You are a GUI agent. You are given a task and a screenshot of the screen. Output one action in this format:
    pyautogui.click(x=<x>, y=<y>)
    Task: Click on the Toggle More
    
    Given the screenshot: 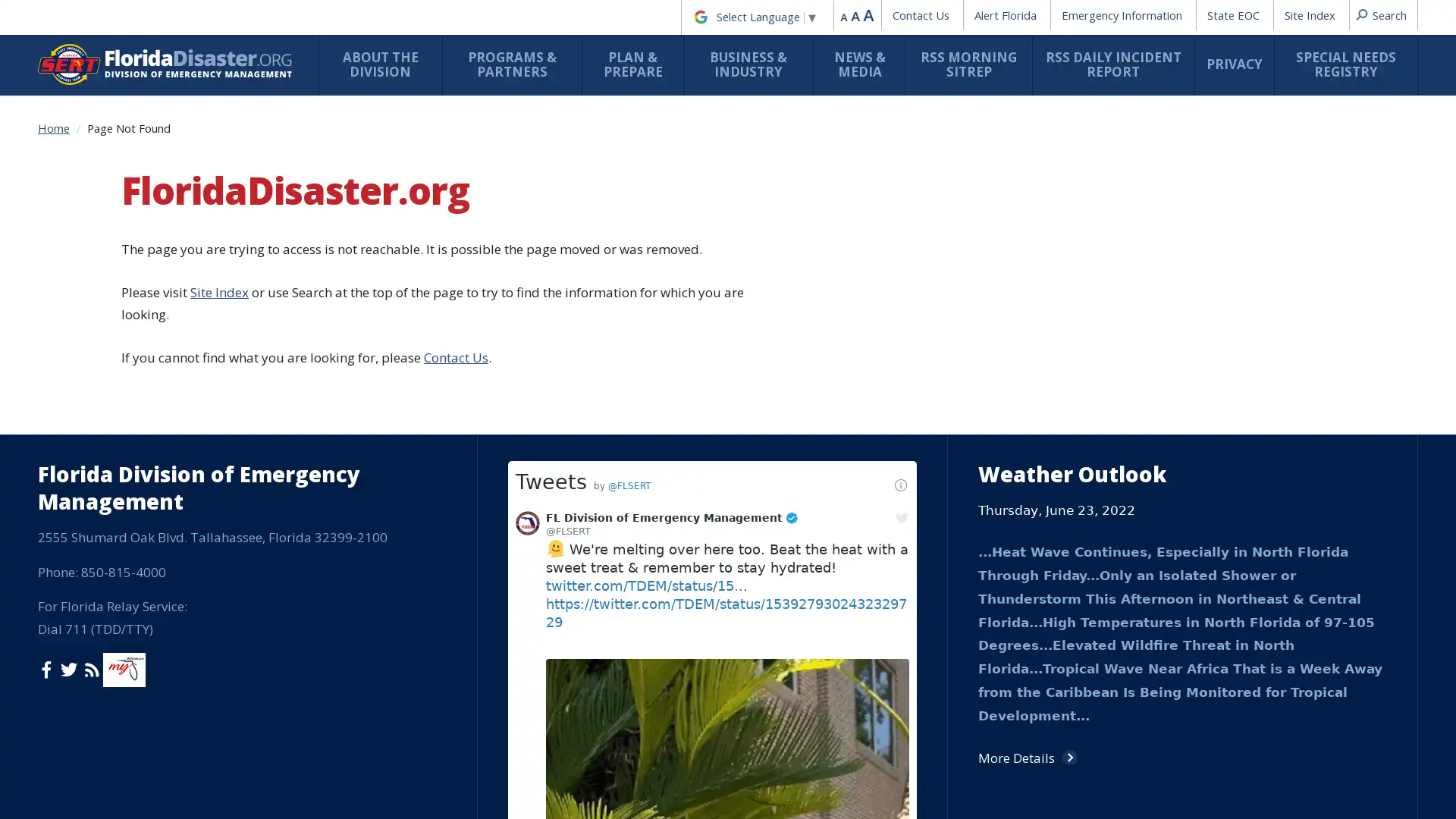 What is the action you would take?
    pyautogui.click(x=607, y=252)
    